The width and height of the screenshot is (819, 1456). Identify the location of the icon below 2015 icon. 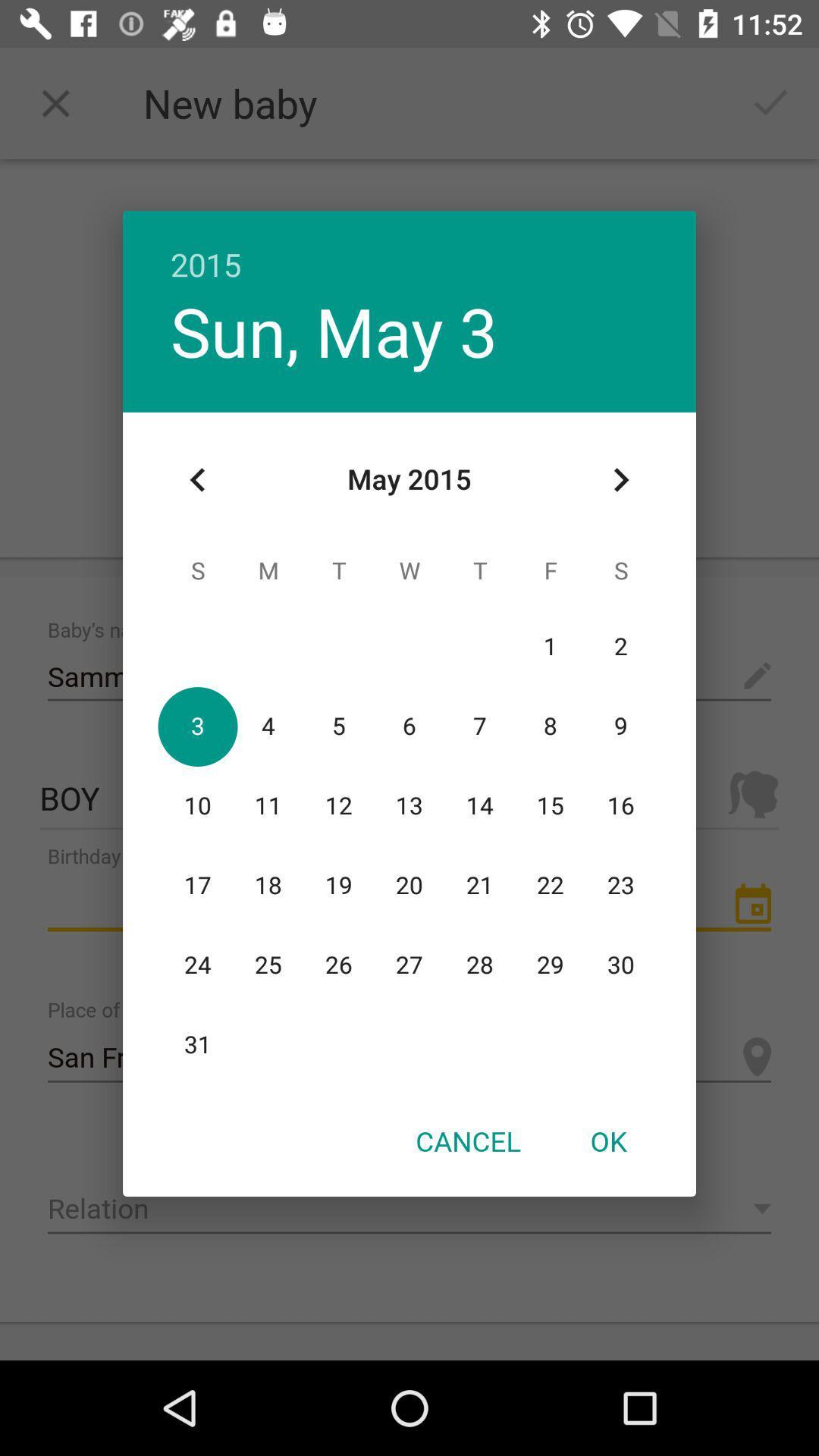
(333, 330).